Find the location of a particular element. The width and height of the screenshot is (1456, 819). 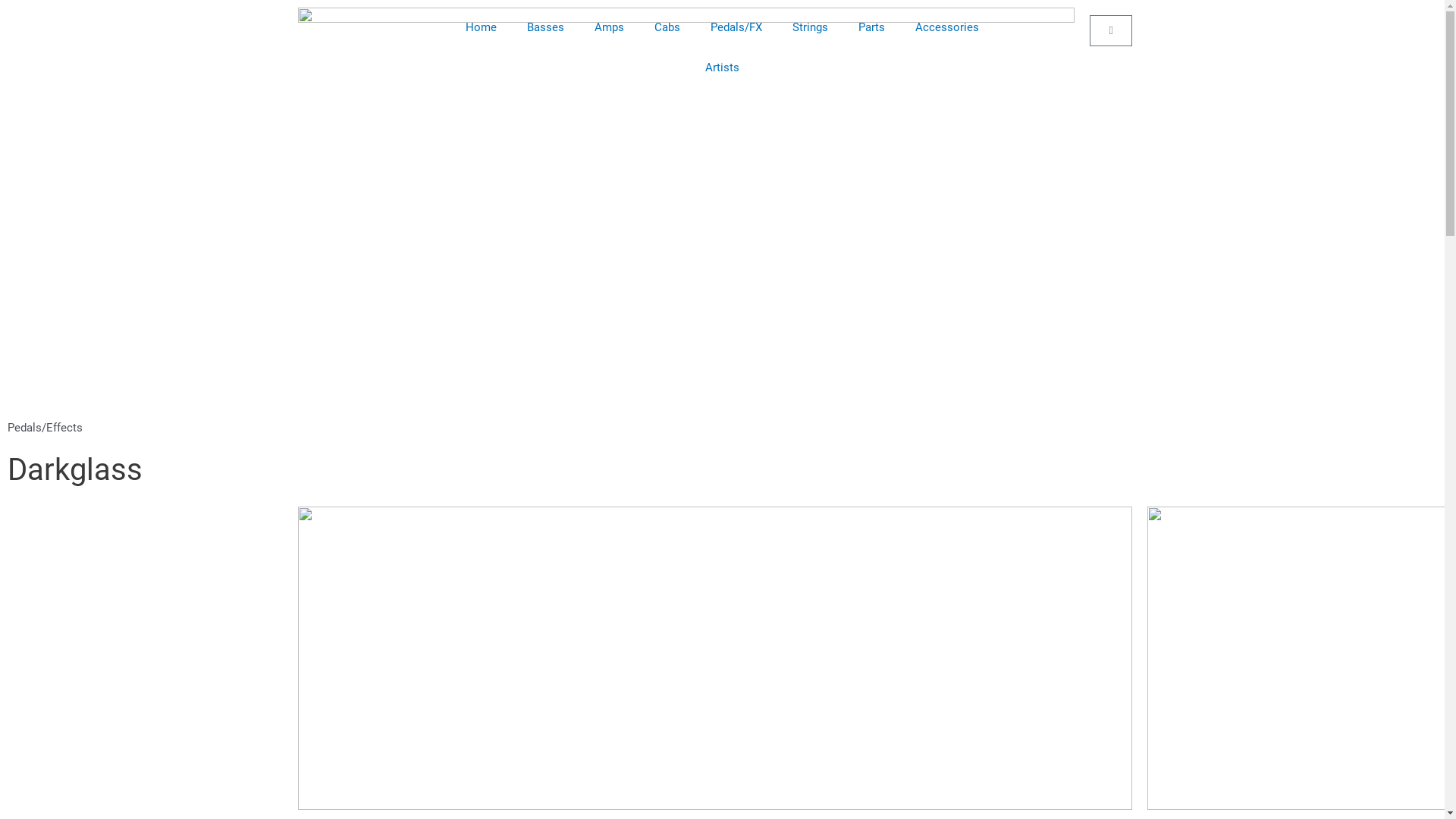

'Basses' is located at coordinates (545, 27).